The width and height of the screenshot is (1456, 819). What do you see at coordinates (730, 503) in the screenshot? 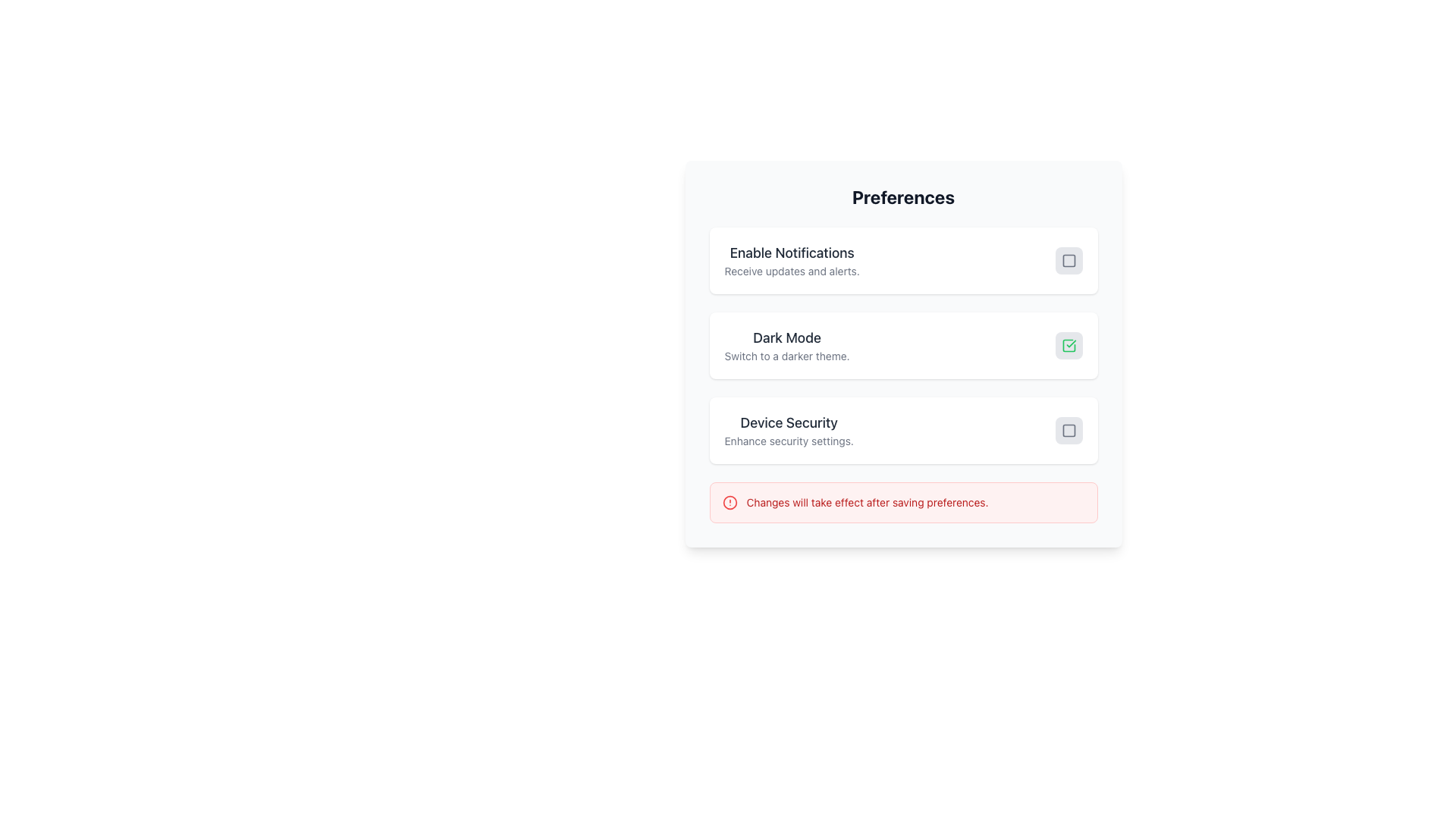
I see `the circular shape with a red border that is part of the warning icon located in the bottom section of the notification area in the settings context, next to the message 'Changes will take effect after saving preferences.'` at bounding box center [730, 503].